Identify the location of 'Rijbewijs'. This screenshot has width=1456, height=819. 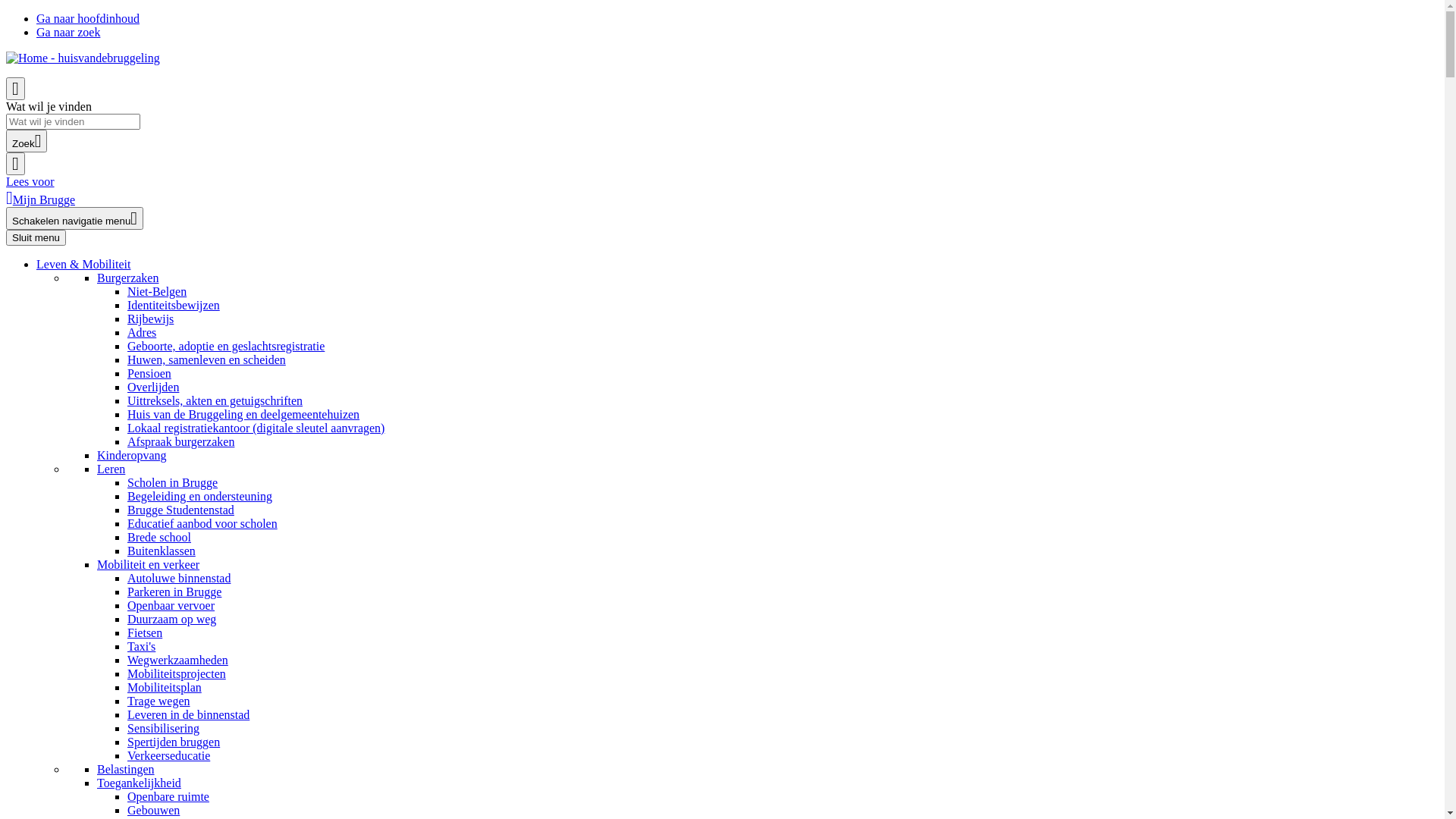
(150, 318).